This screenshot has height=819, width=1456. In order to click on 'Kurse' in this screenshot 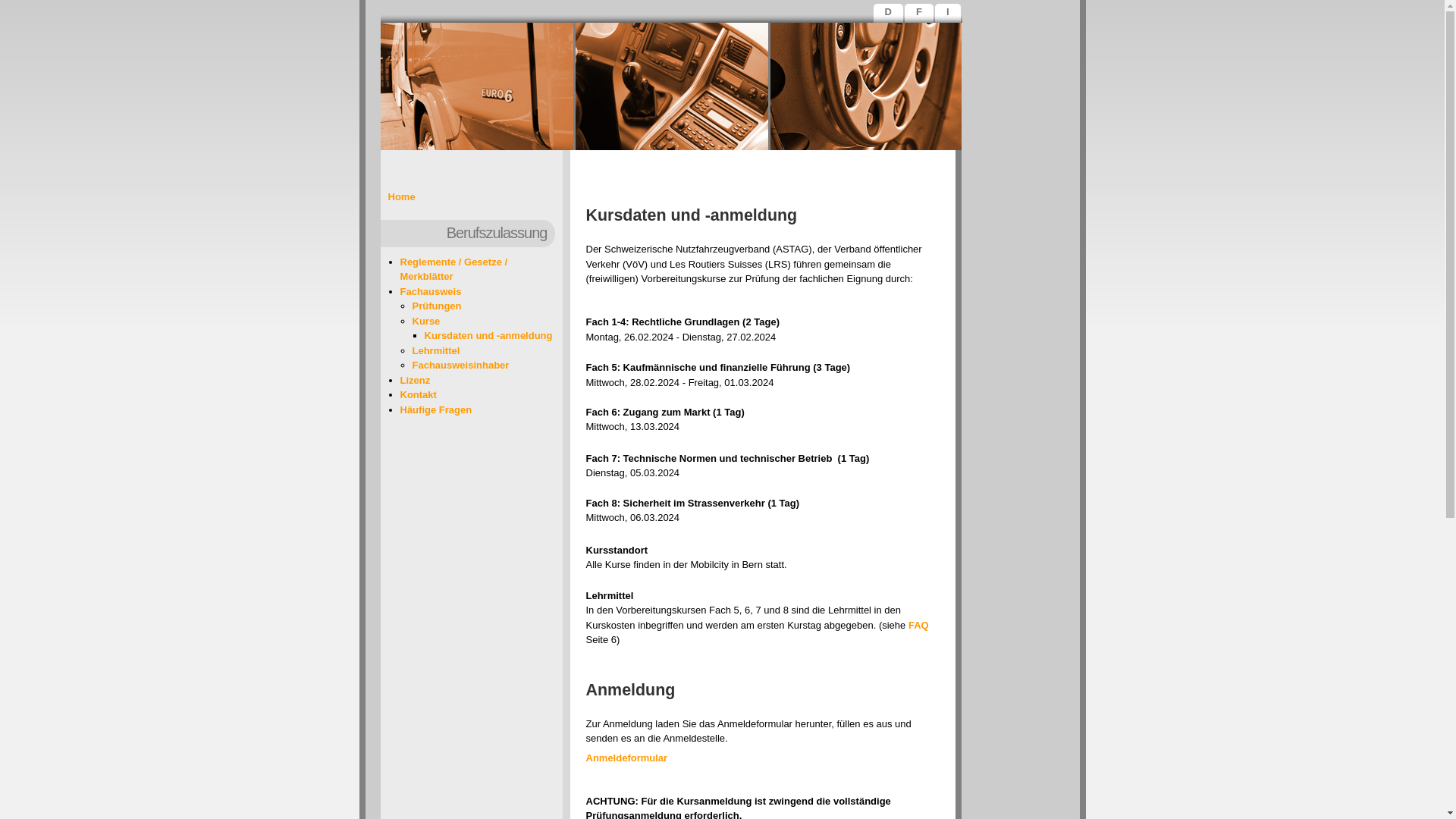, I will do `click(412, 320)`.